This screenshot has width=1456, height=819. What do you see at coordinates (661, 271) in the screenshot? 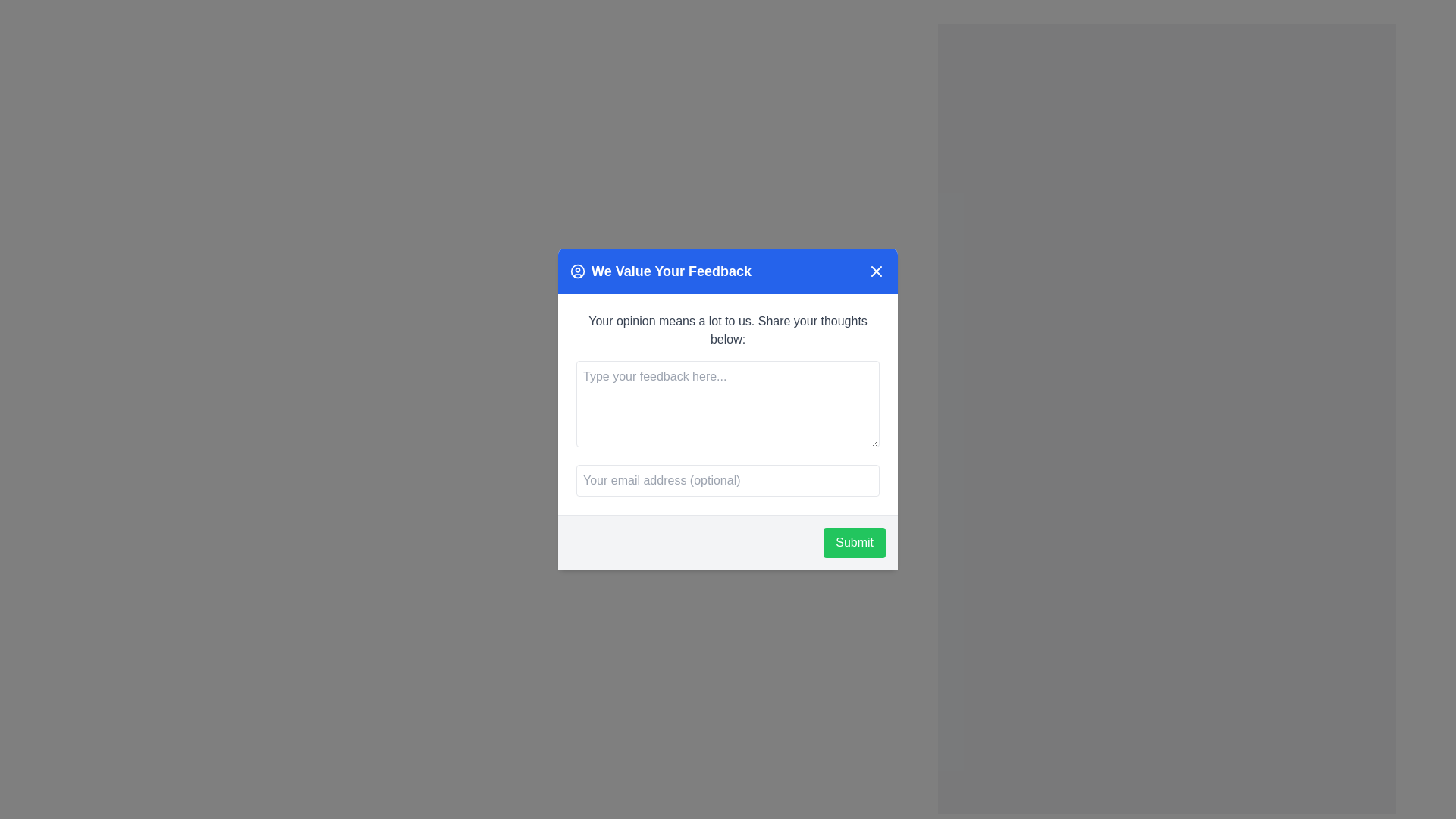
I see `the Header text with an accompanying icon in the blue header section of the feedback modal, located near the top-left corner` at bounding box center [661, 271].